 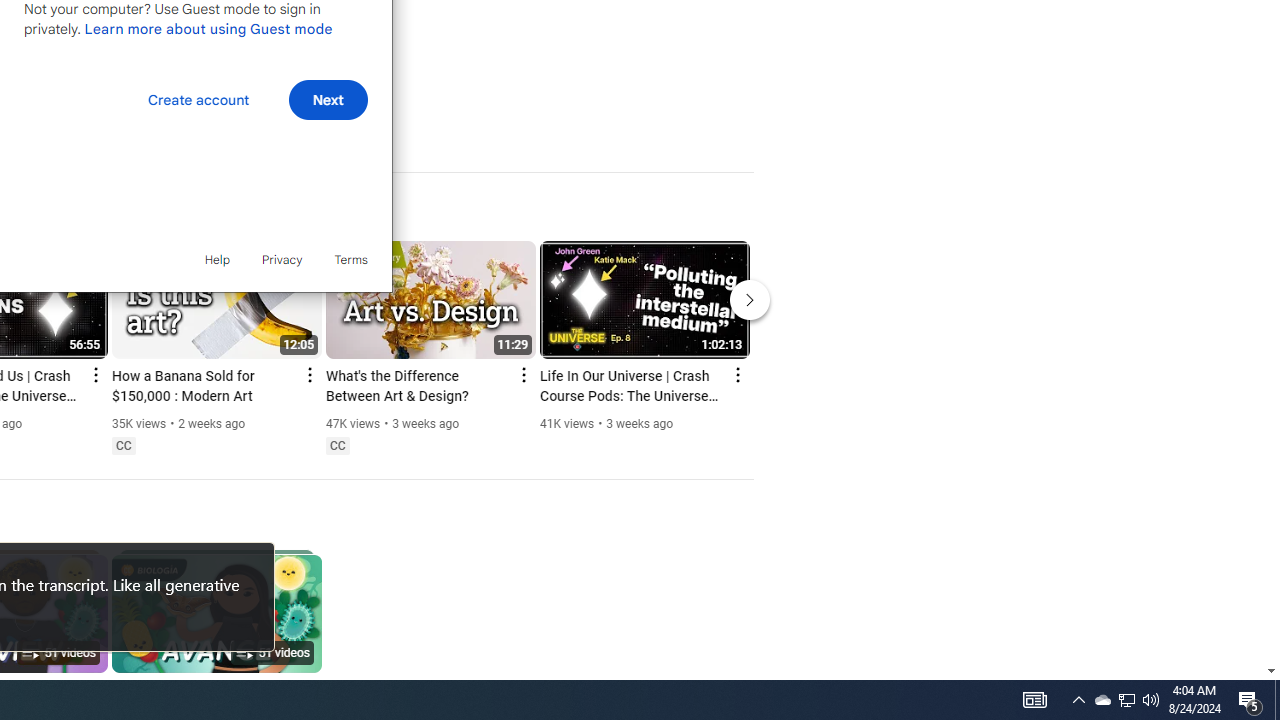 What do you see at coordinates (1078, 698) in the screenshot?
I see `'Notification Chevron'` at bounding box center [1078, 698].